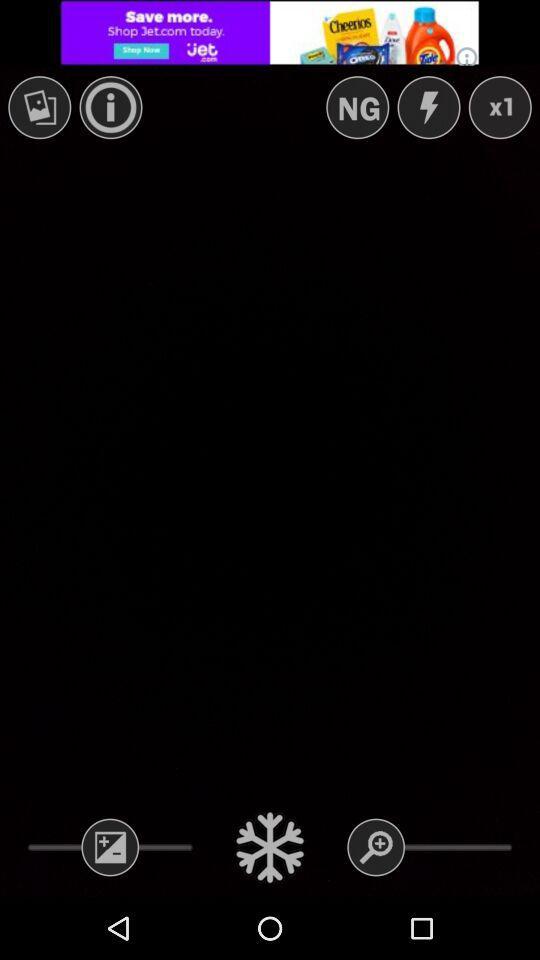 This screenshot has height=960, width=540. Describe the element at coordinates (270, 846) in the screenshot. I see `snowflake icon` at that location.